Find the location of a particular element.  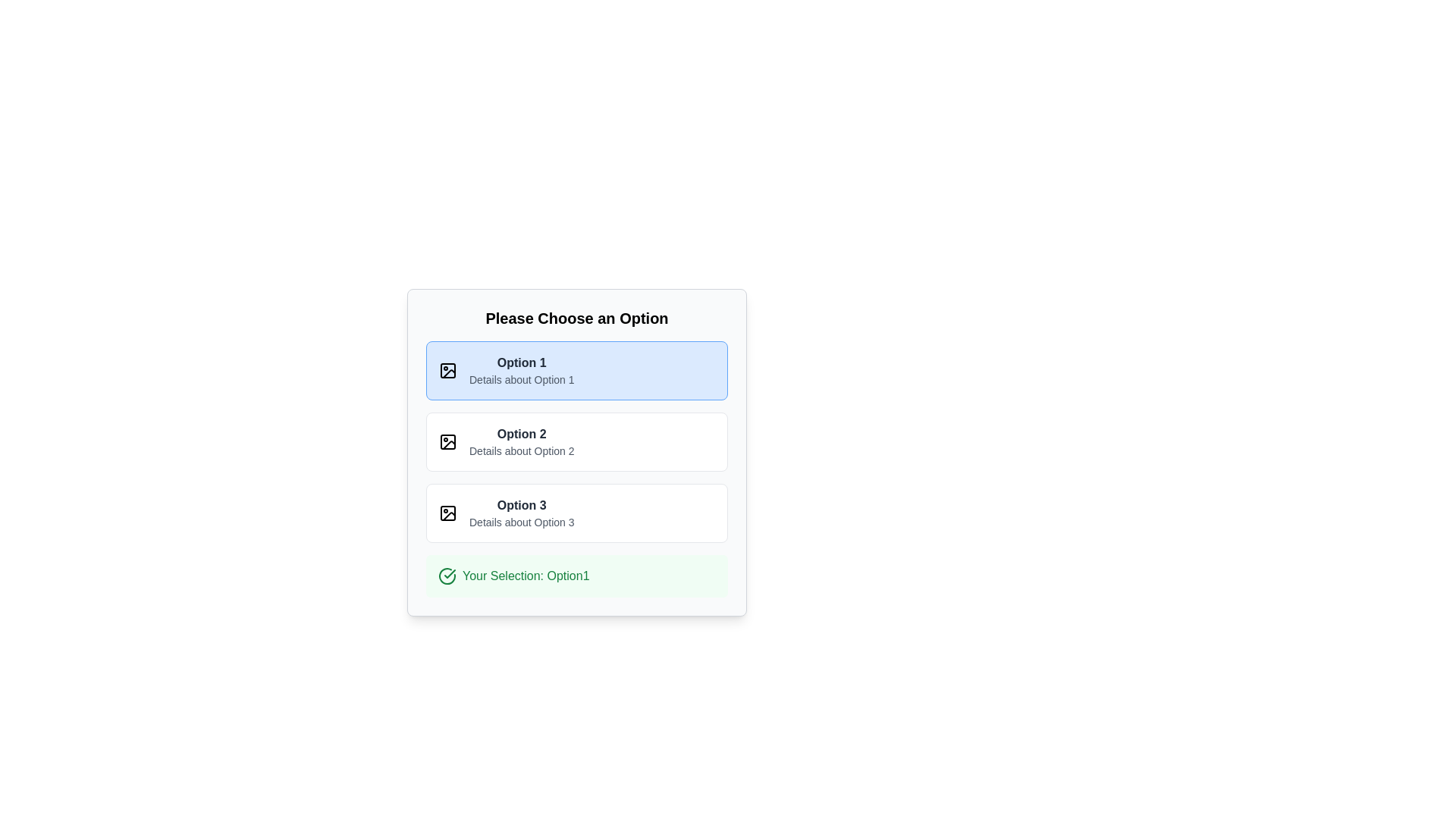

the visual feedback of the selection confirmation icon for 'Option1', which is located within the green-highlighted confirmation message box and adjacent to the text 'Your Selection: Option1' is located at coordinates (447, 576).